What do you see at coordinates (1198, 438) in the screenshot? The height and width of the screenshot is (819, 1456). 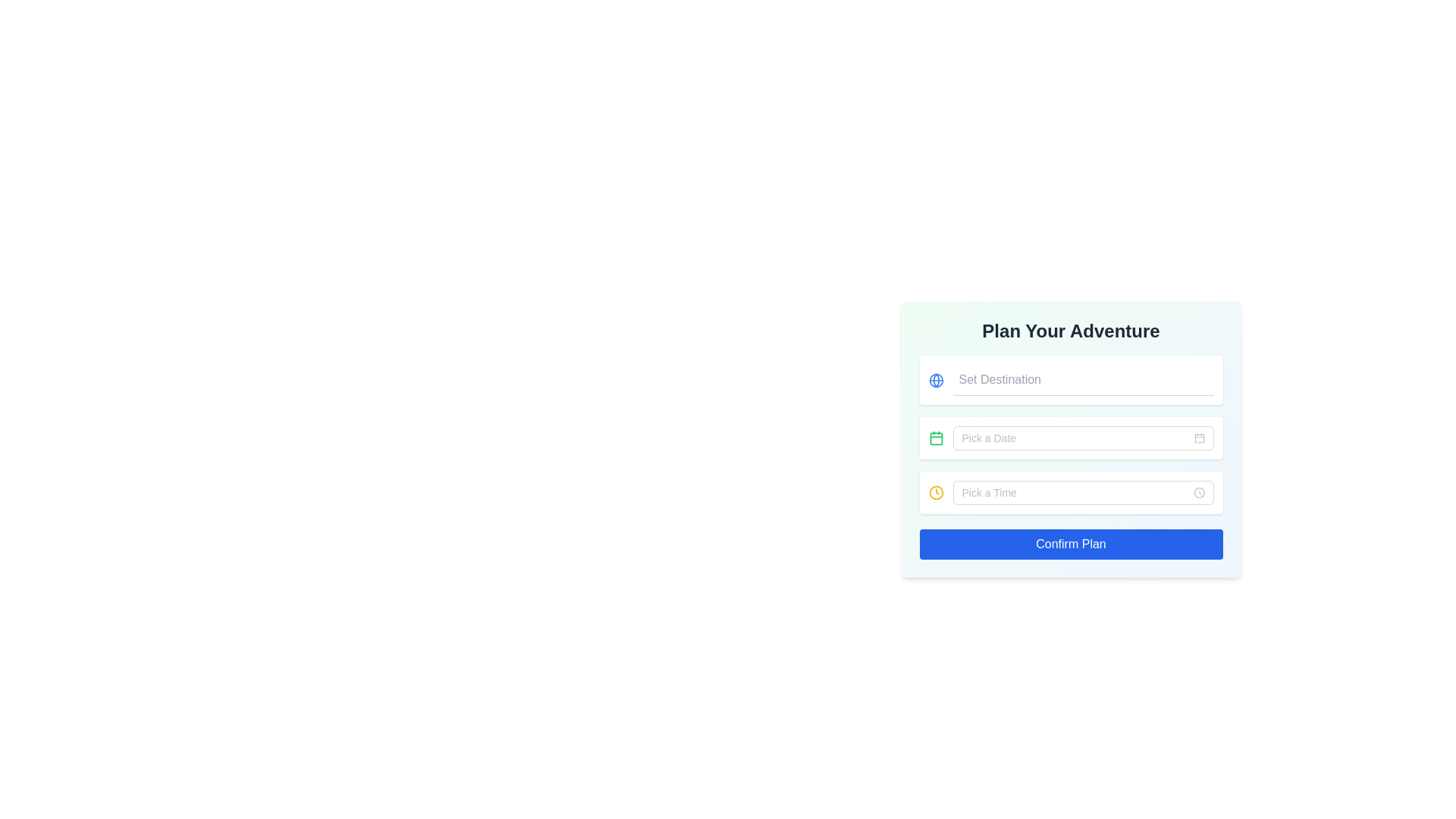 I see `the date picker icon located to the right of the 'Pick a Date' input field` at bounding box center [1198, 438].